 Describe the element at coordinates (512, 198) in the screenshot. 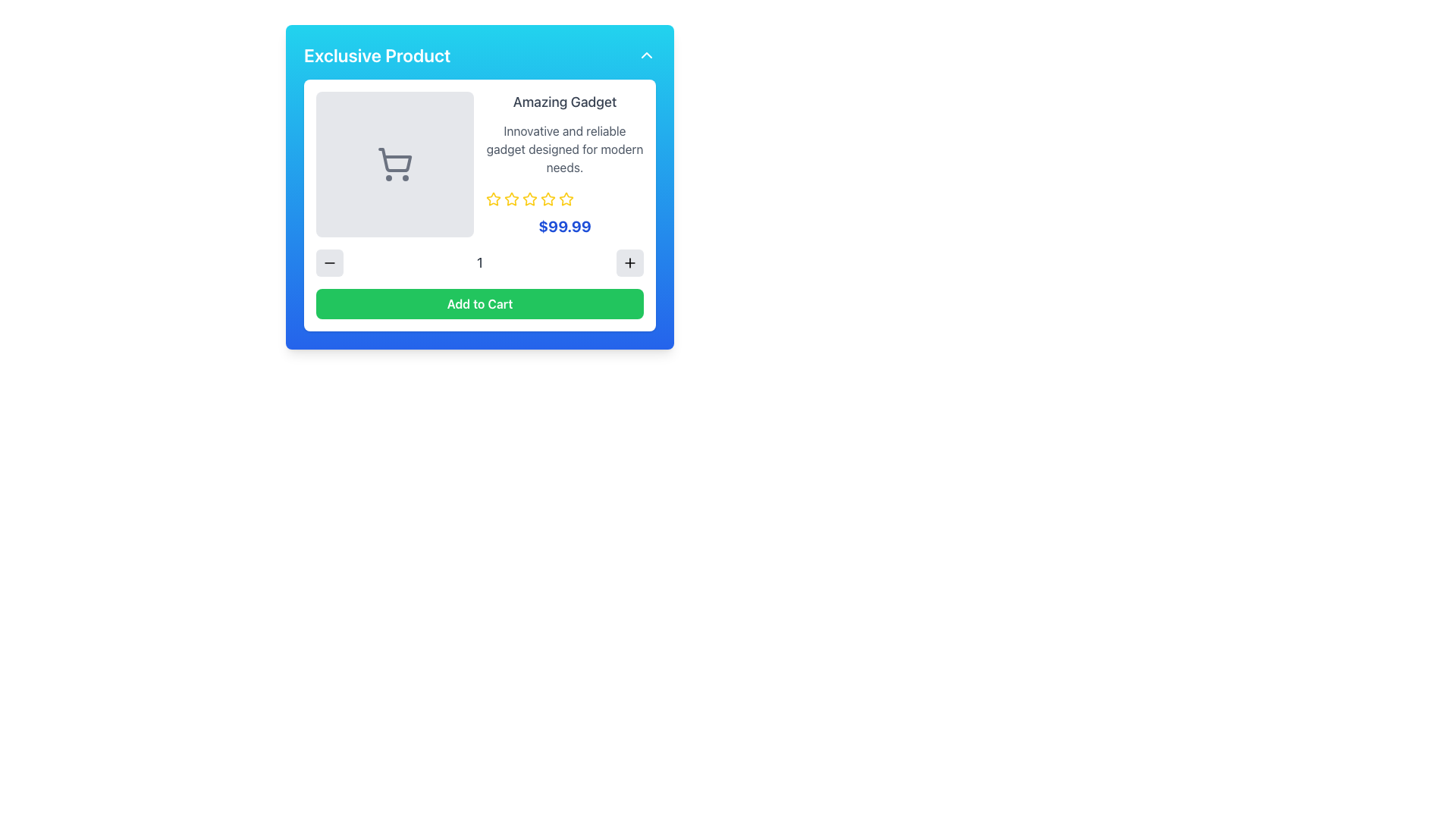

I see `the second star icon in the horizontal row of five star icons, which has a golden yellow color and a hollow center` at that location.